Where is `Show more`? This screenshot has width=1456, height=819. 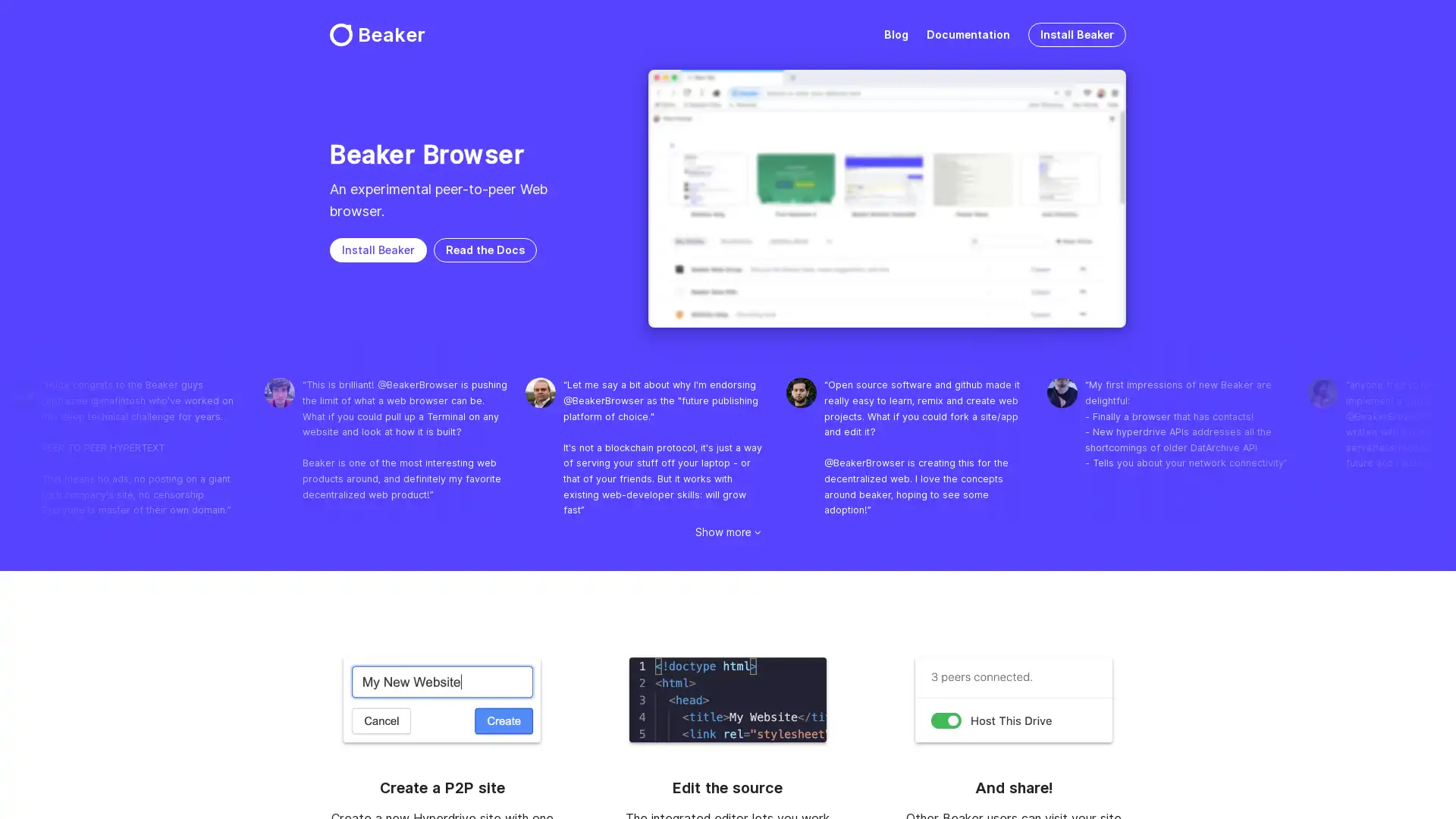 Show more is located at coordinates (728, 531).